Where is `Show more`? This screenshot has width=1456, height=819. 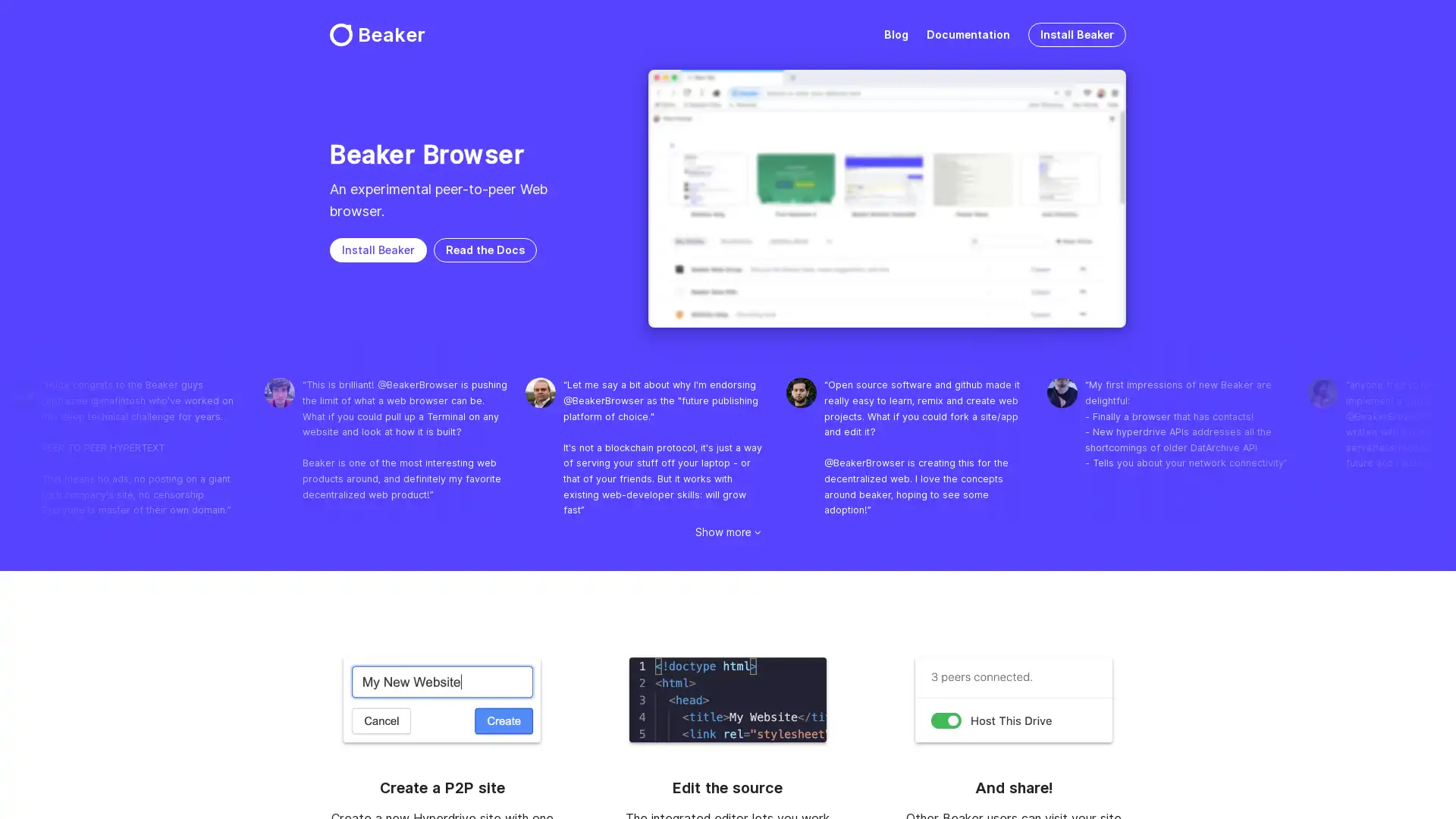 Show more is located at coordinates (728, 531).